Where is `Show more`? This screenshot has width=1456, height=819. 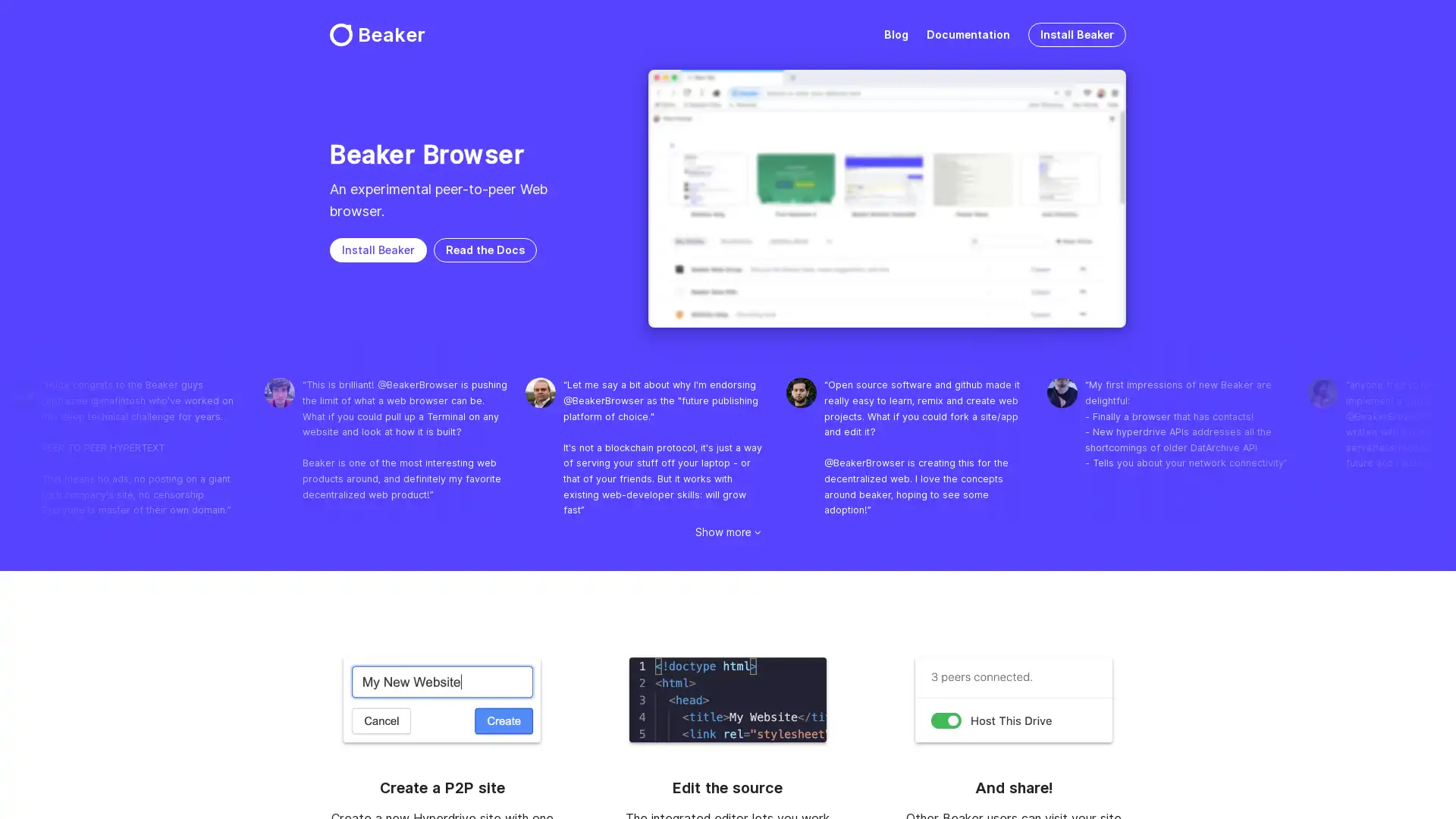 Show more is located at coordinates (728, 531).